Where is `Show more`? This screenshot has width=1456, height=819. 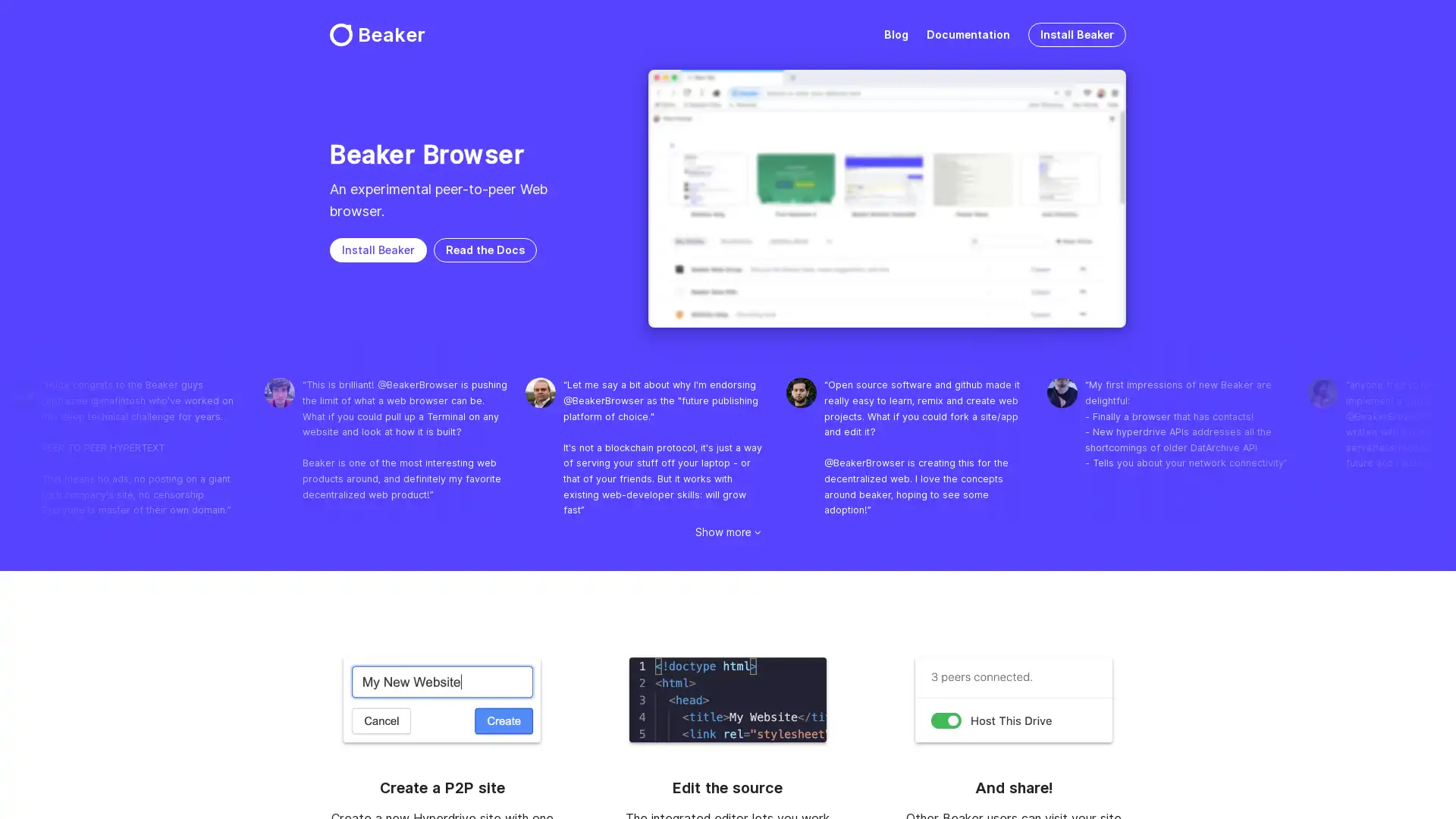 Show more is located at coordinates (728, 531).